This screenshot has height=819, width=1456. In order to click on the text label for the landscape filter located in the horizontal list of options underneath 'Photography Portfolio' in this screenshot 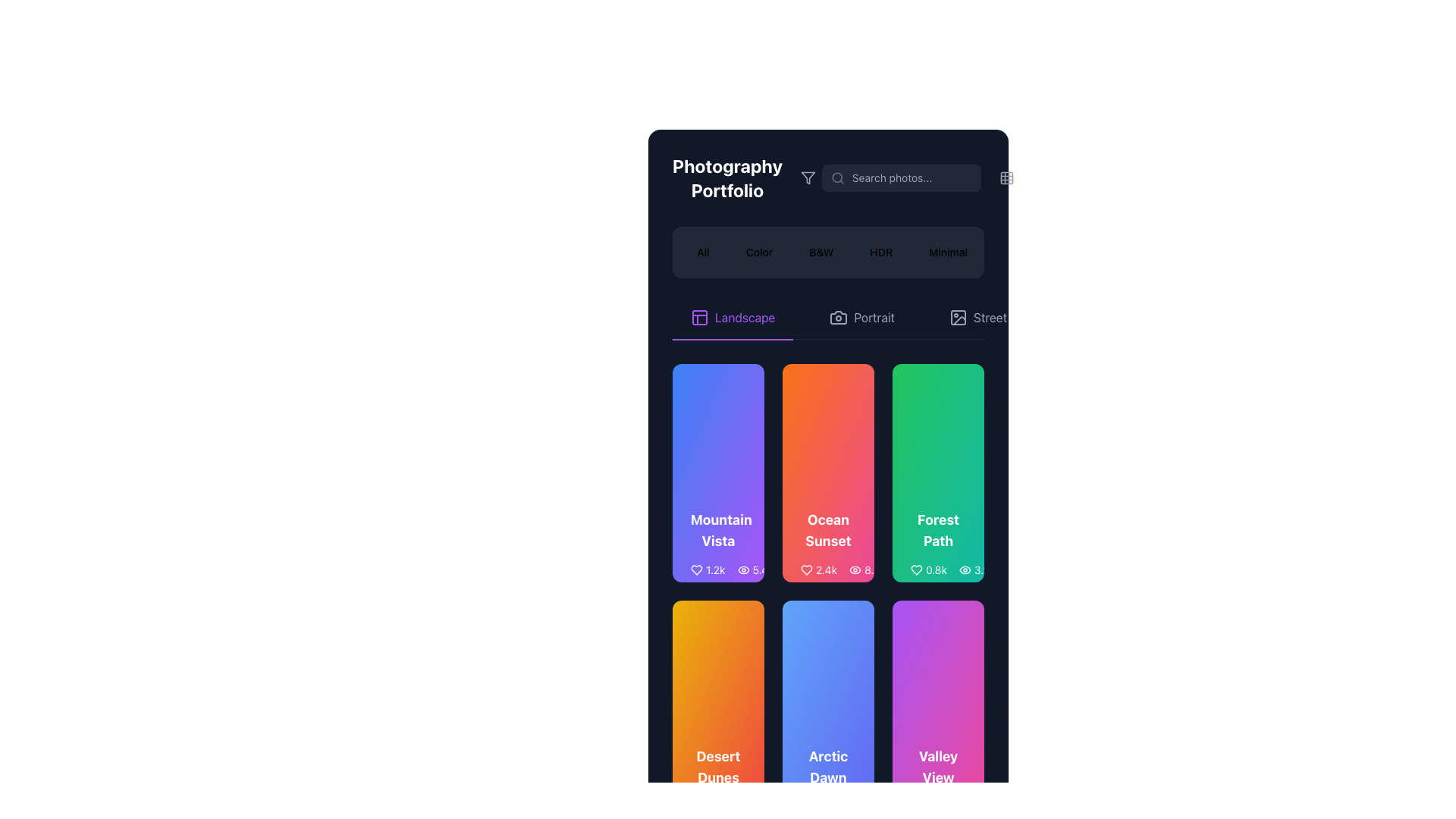, I will do `click(745, 317)`.